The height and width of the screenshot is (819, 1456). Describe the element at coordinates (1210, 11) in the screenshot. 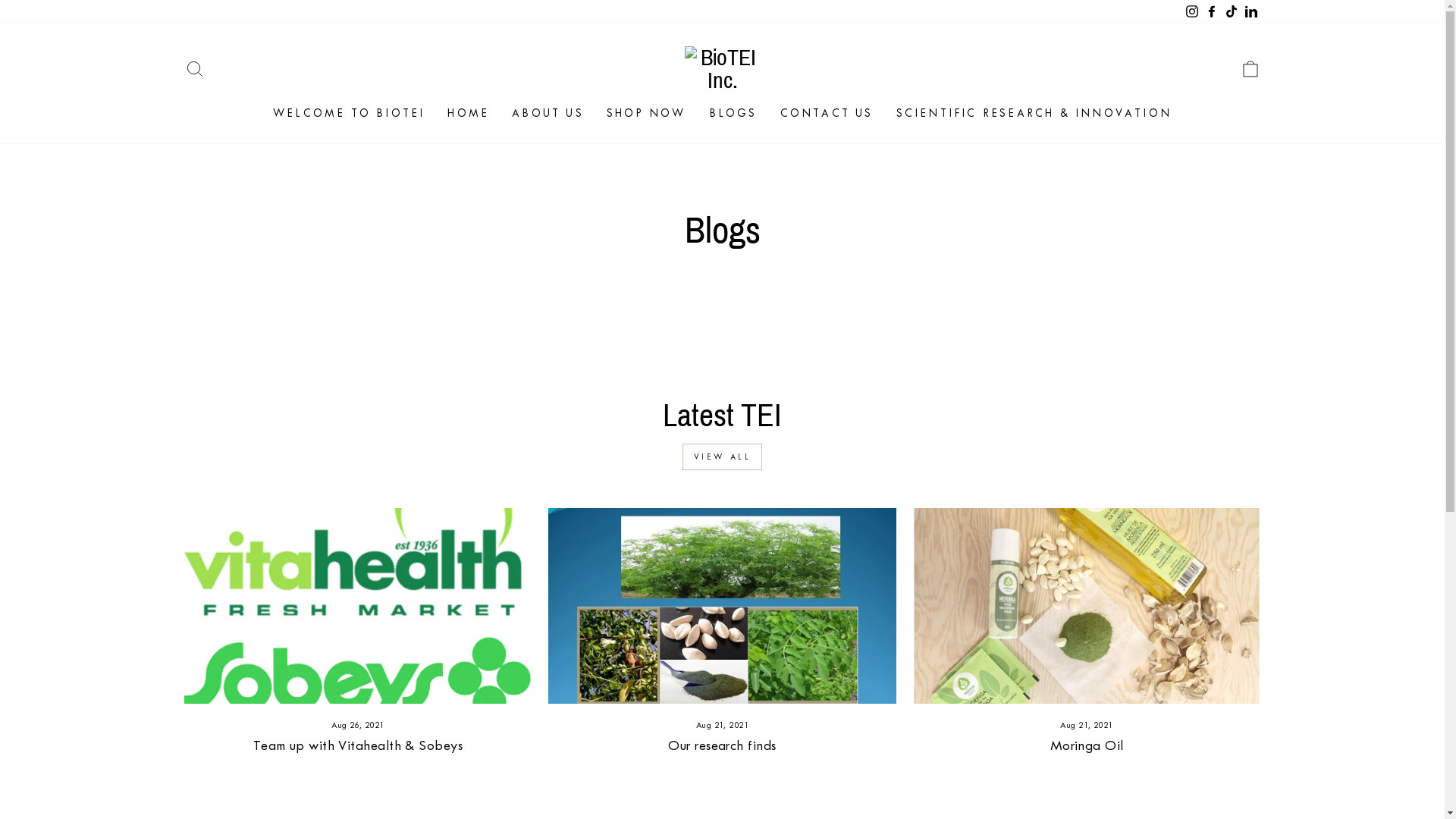

I see `'Facebook'` at that location.